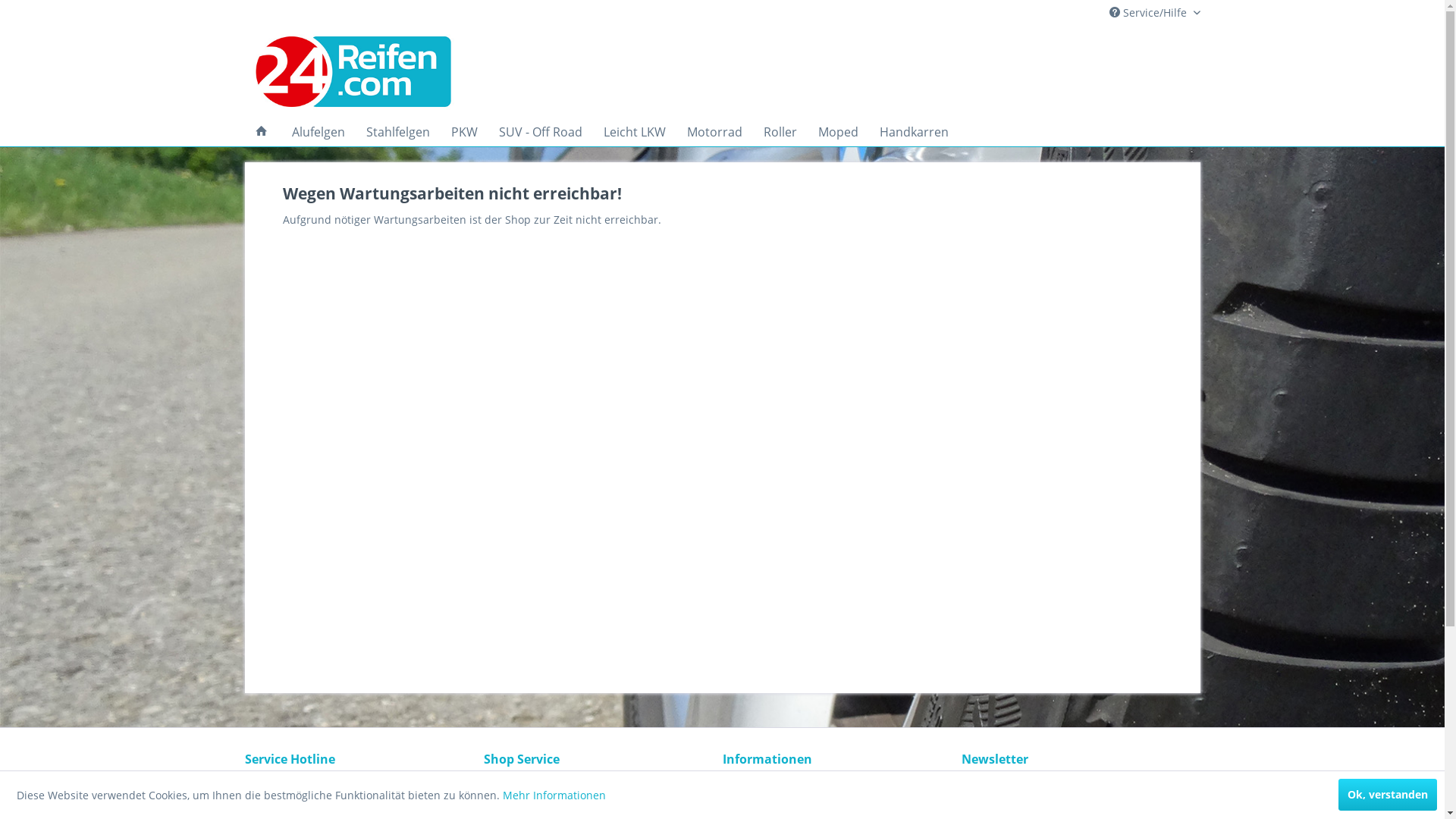 This screenshot has width=1456, height=819. What do you see at coordinates (1387, 794) in the screenshot?
I see `'Ok, verstanden'` at bounding box center [1387, 794].